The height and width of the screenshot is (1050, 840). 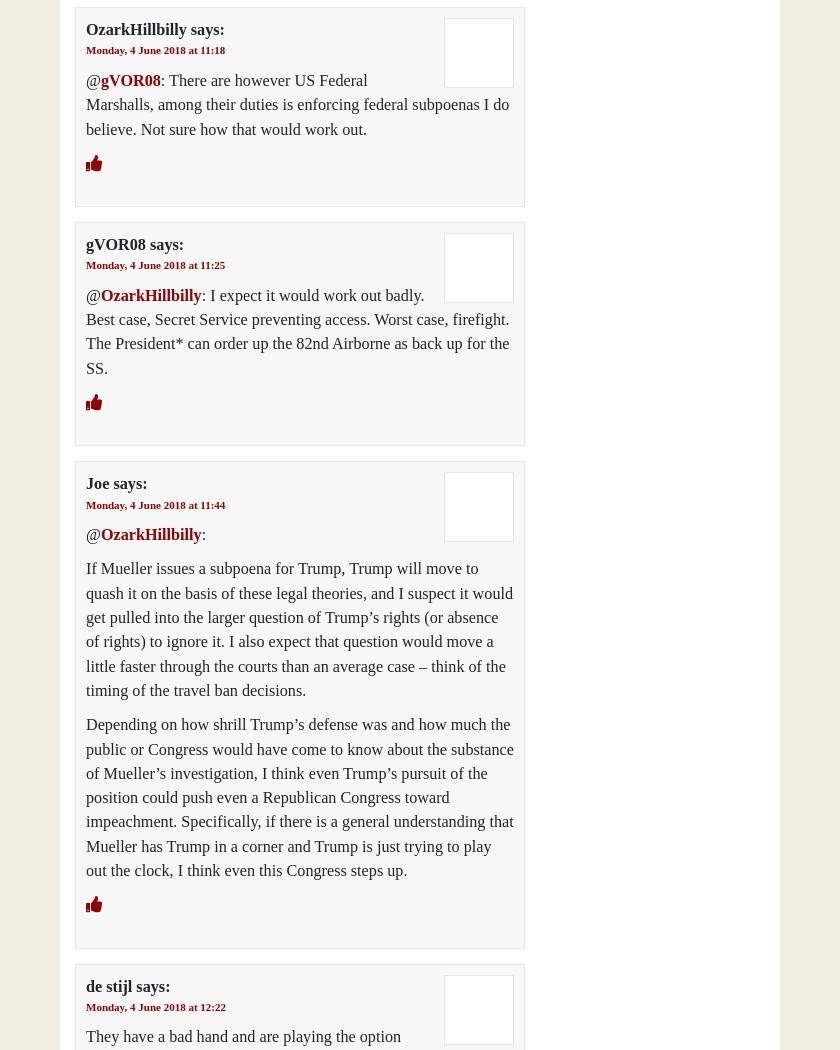 I want to click on 'de stijl', so click(x=109, y=985).